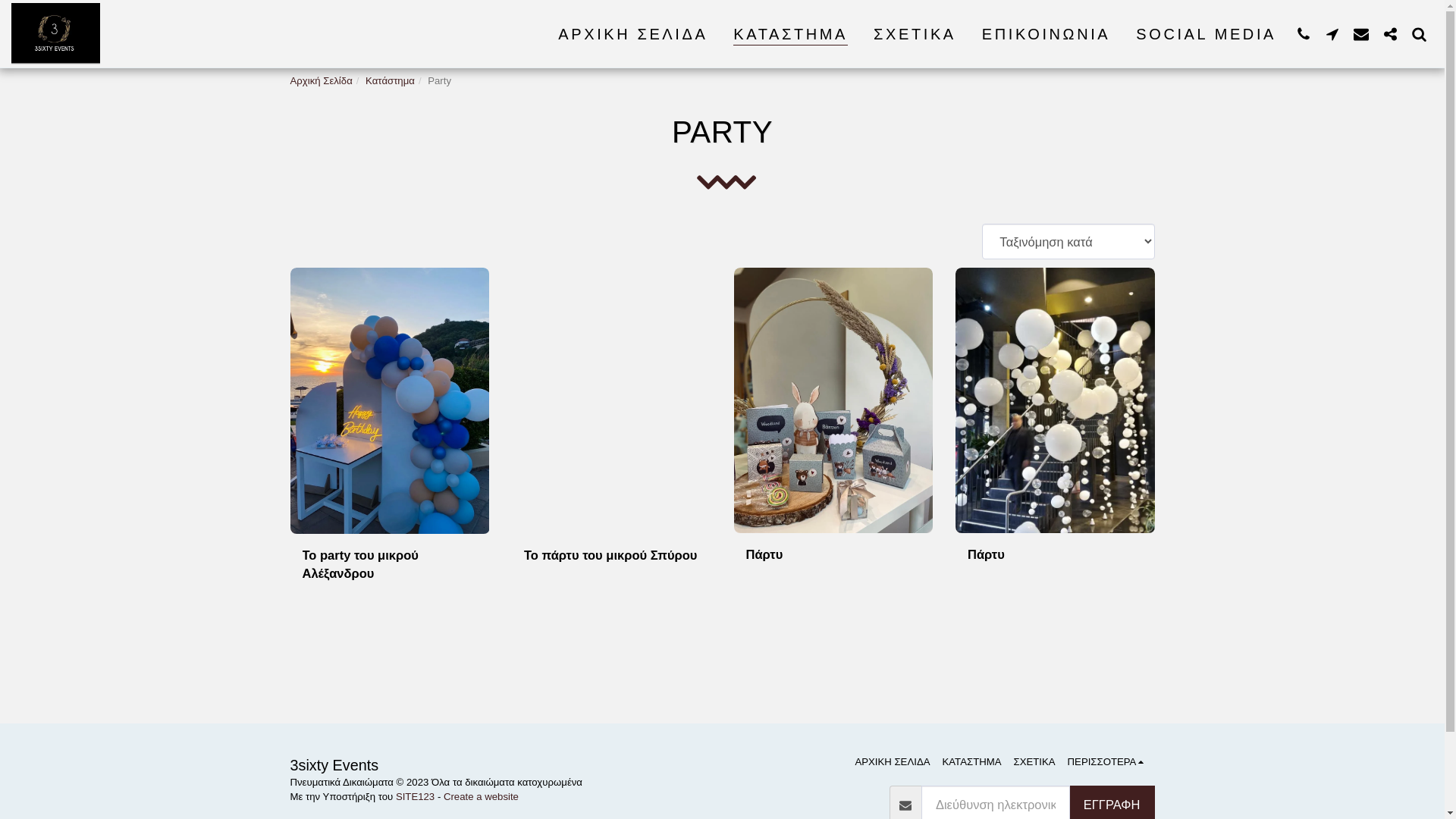  What do you see at coordinates (1331, 33) in the screenshot?
I see `' '` at bounding box center [1331, 33].